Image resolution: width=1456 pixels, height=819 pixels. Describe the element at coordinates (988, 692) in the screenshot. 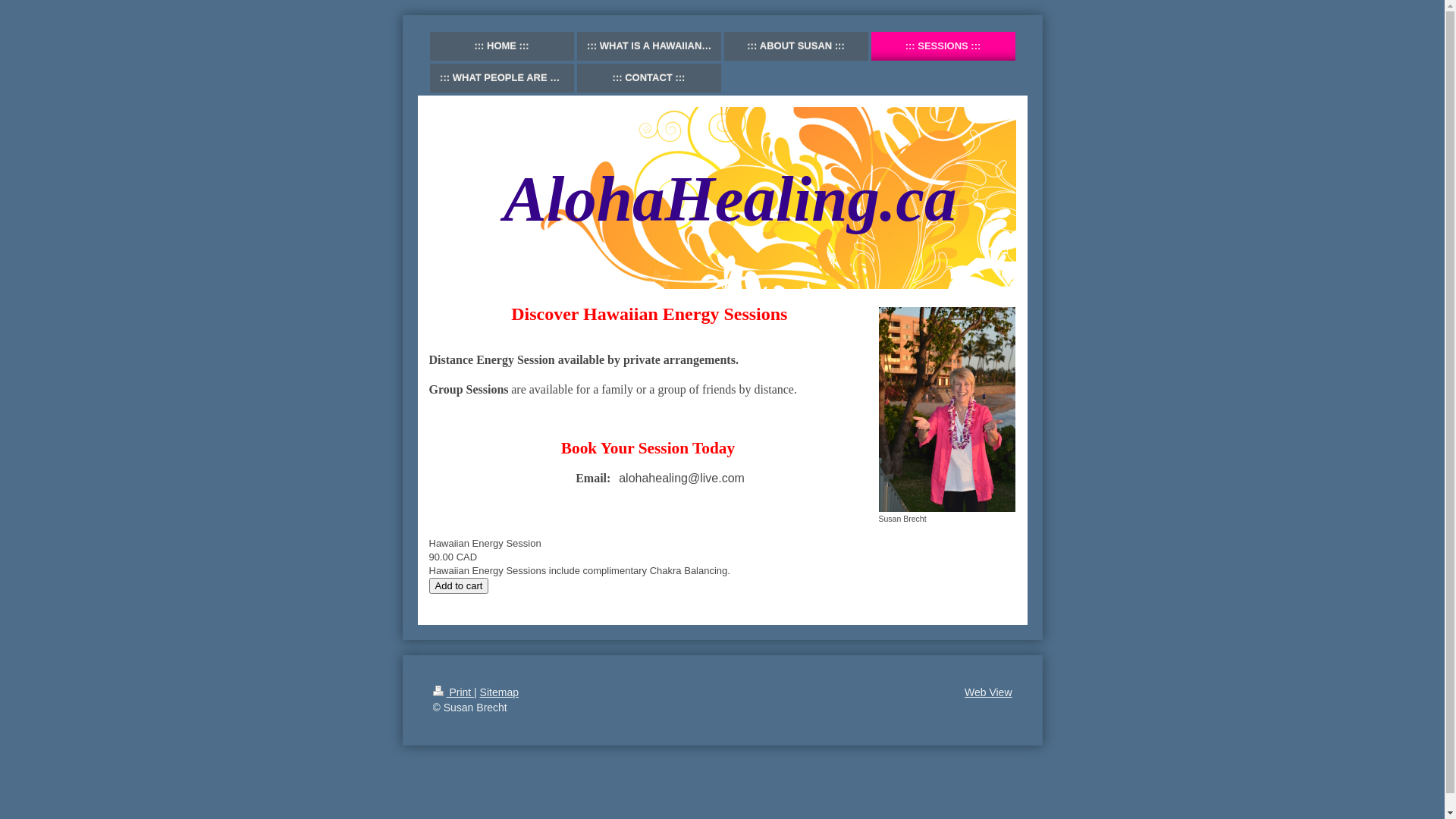

I see `'Web View'` at that location.